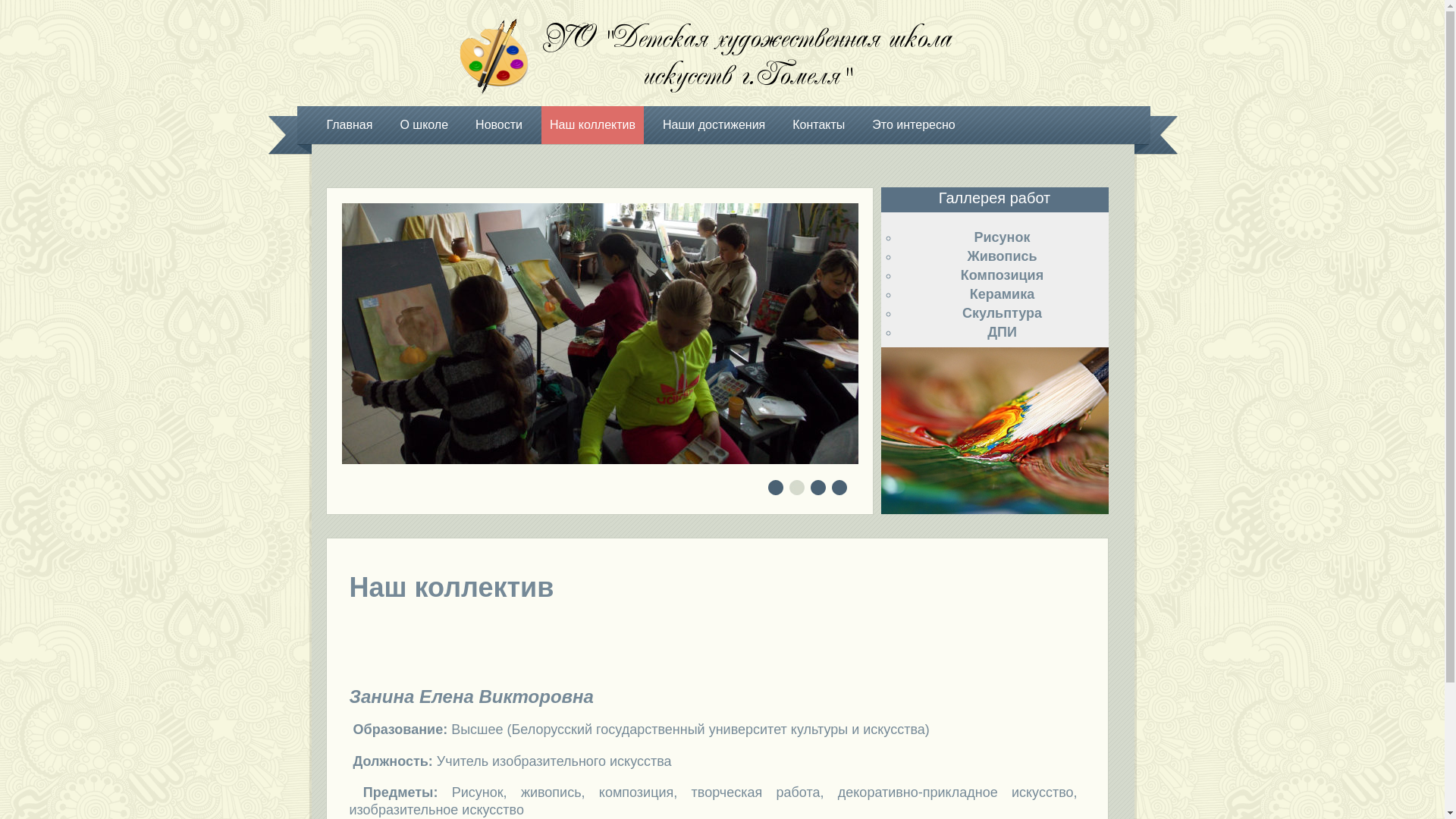 The height and width of the screenshot is (819, 1456). I want to click on '4', so click(839, 488).